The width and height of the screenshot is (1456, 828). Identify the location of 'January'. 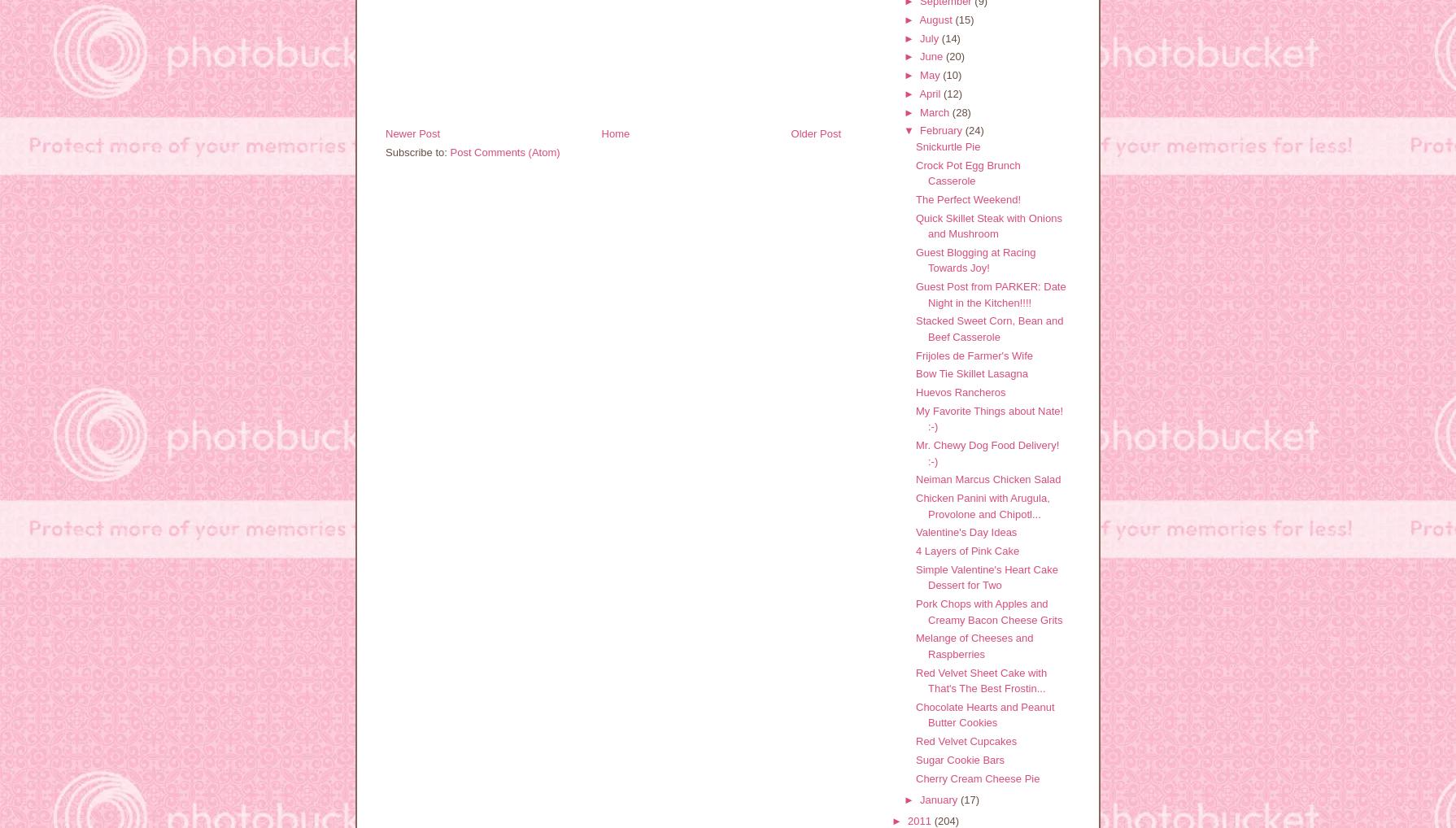
(939, 799).